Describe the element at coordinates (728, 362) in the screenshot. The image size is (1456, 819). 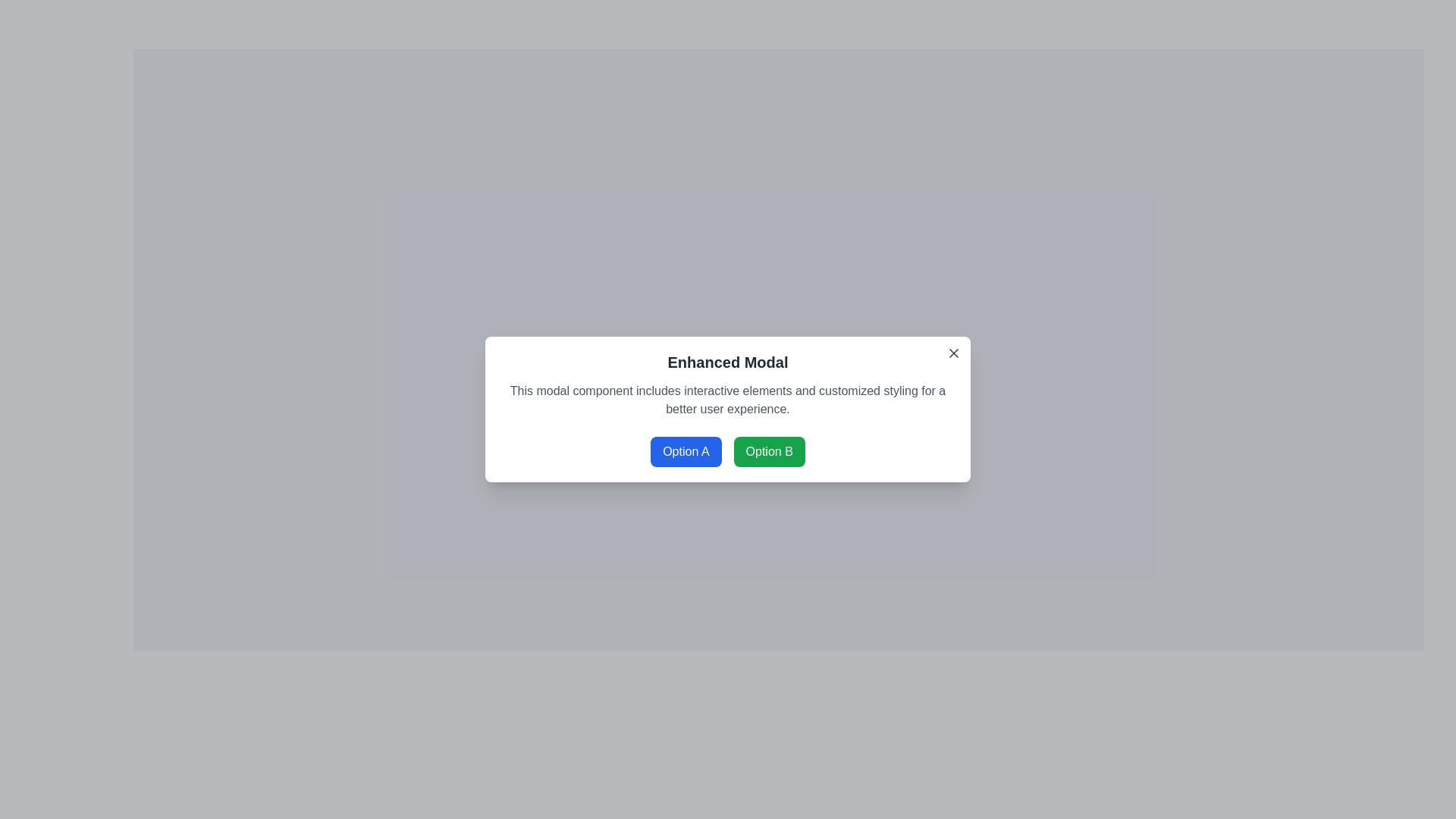
I see `the title text of the modal window, which is located at the top section above the descriptive text and buttons labeled 'Option A' and 'Option B'` at that location.